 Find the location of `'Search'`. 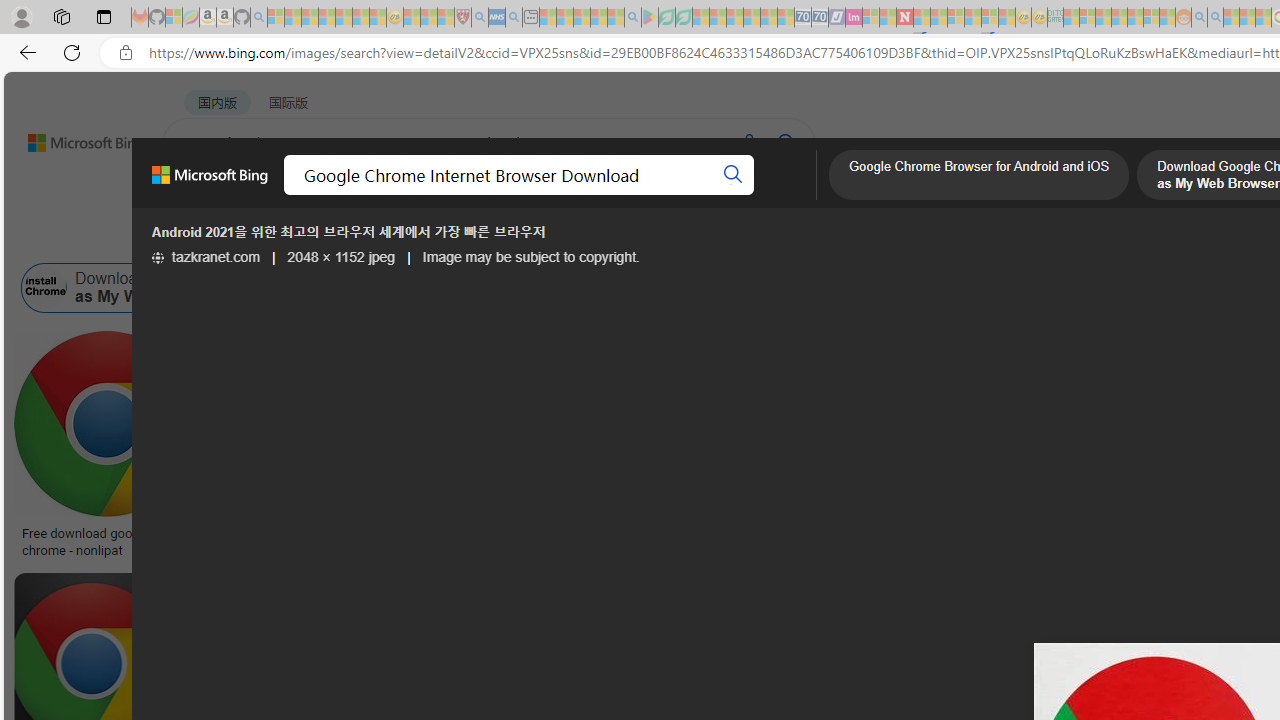

'Search' is located at coordinates (732, 174).